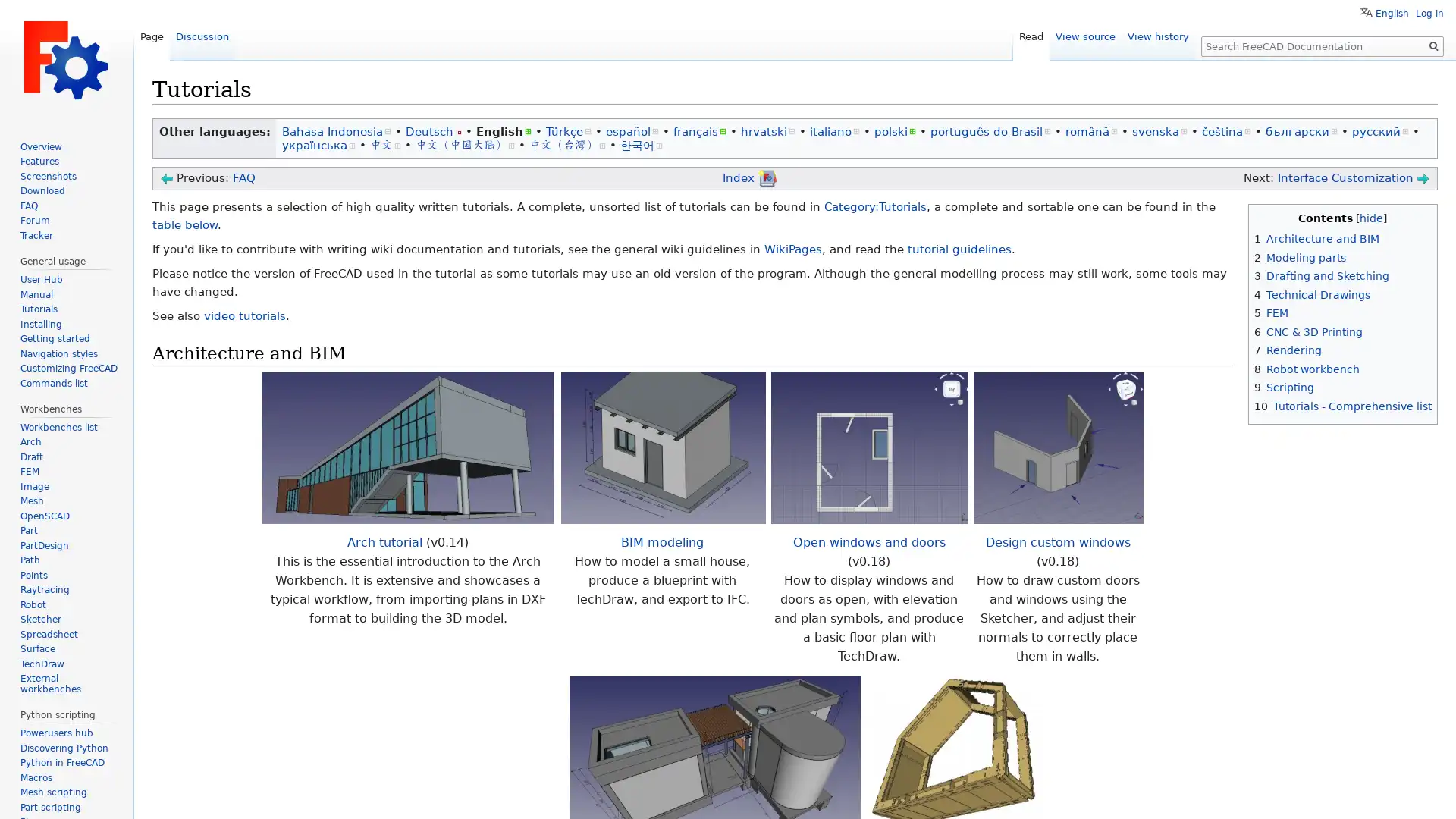  I want to click on Go, so click(1433, 45).